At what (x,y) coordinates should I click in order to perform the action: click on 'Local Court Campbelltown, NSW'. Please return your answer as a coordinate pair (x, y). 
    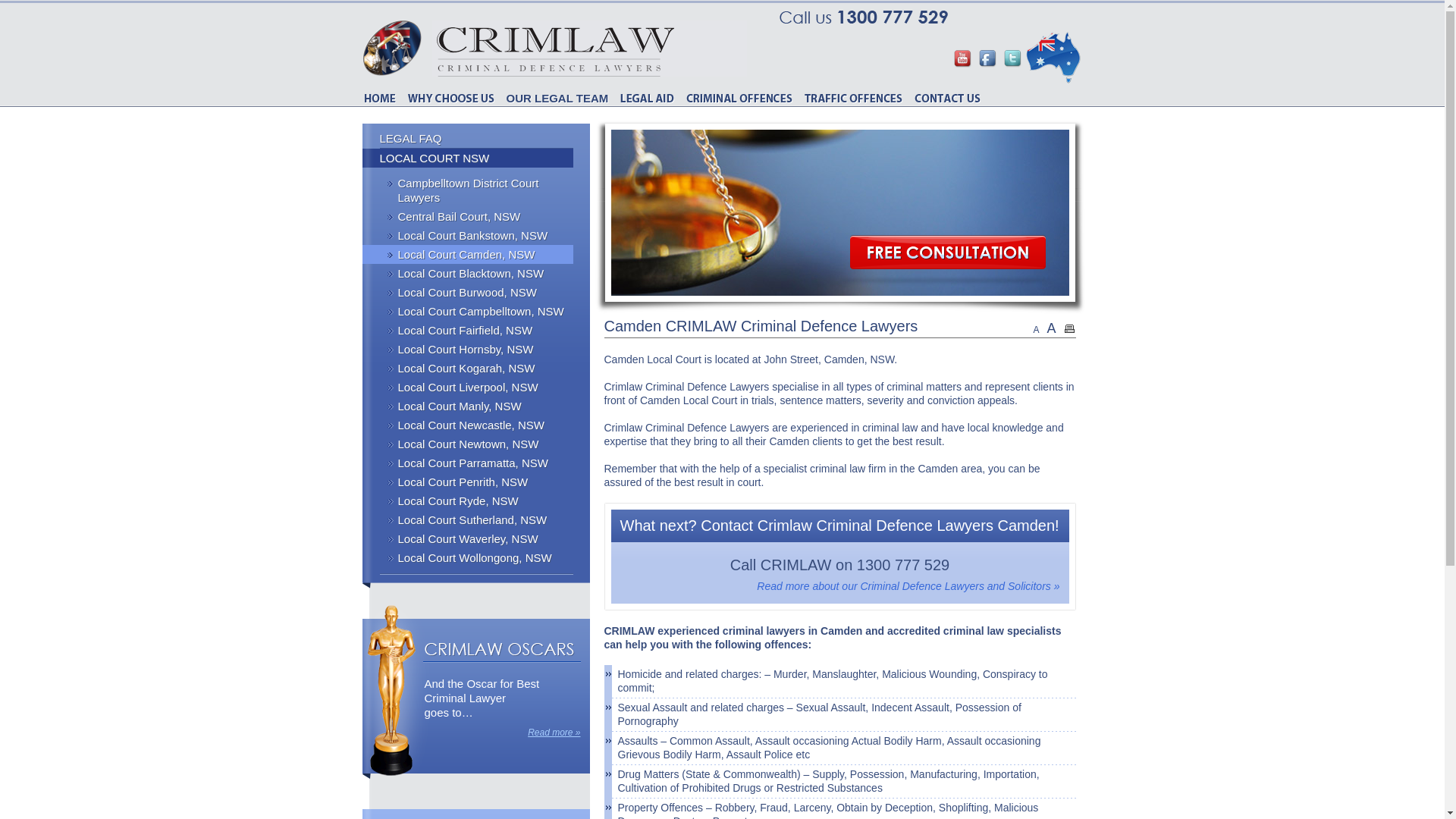
    Looking at the image, I should click on (467, 310).